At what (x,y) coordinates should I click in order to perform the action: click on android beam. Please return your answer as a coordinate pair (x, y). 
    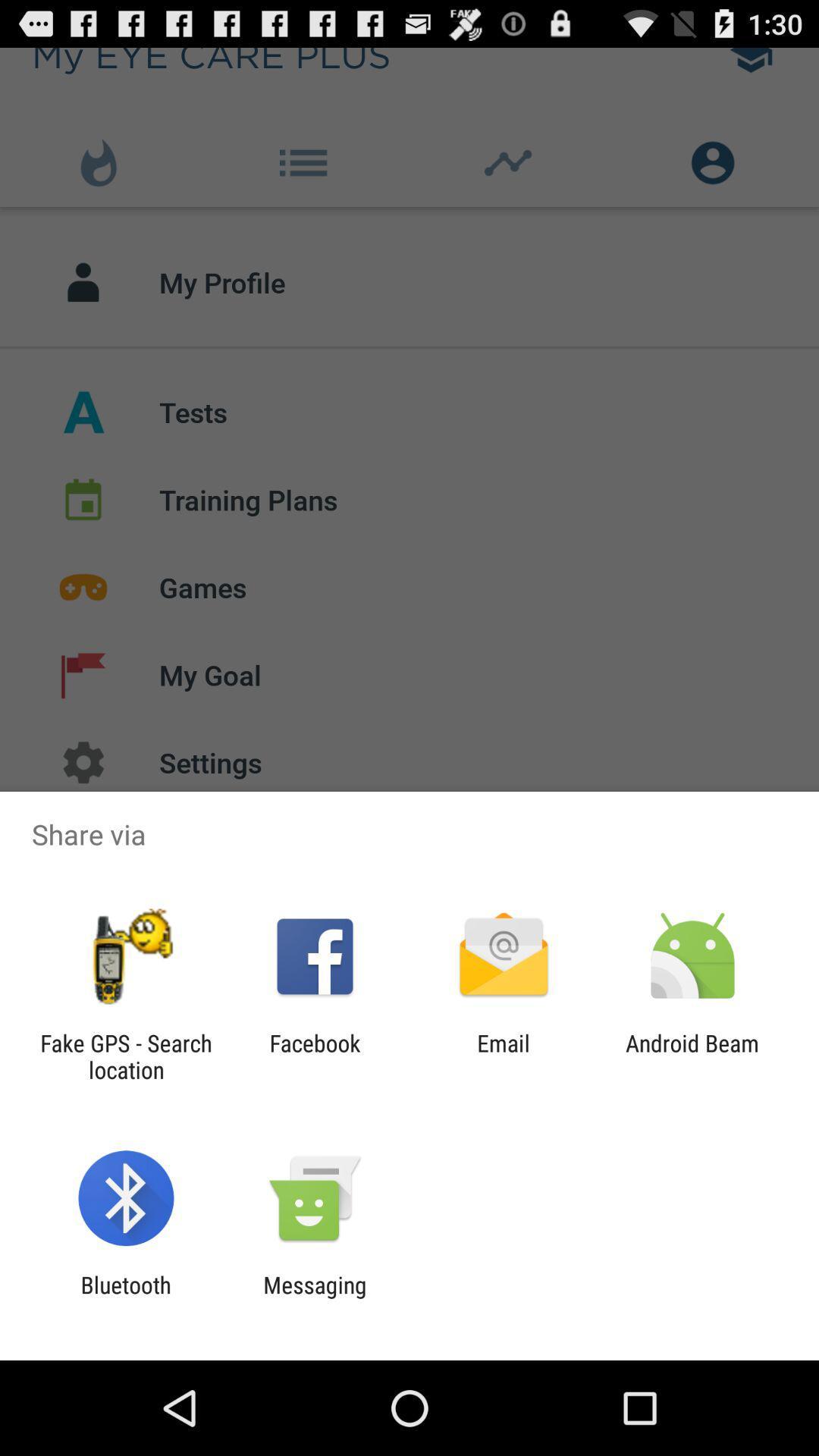
    Looking at the image, I should click on (692, 1056).